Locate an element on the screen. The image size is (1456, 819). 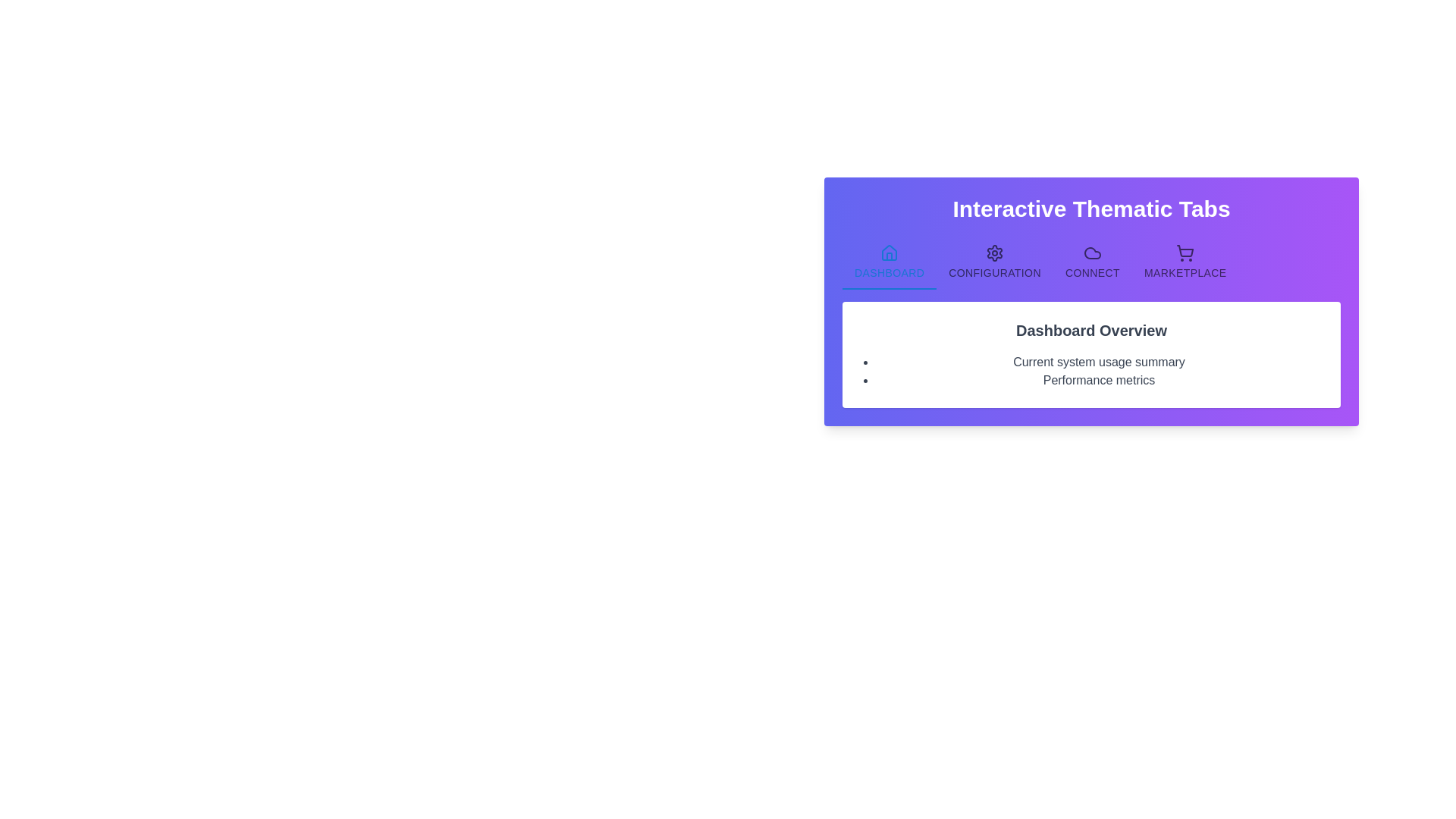
the 'Connect' tab, which is the third tab from the left in a row of four tabs is located at coordinates (1090, 262).